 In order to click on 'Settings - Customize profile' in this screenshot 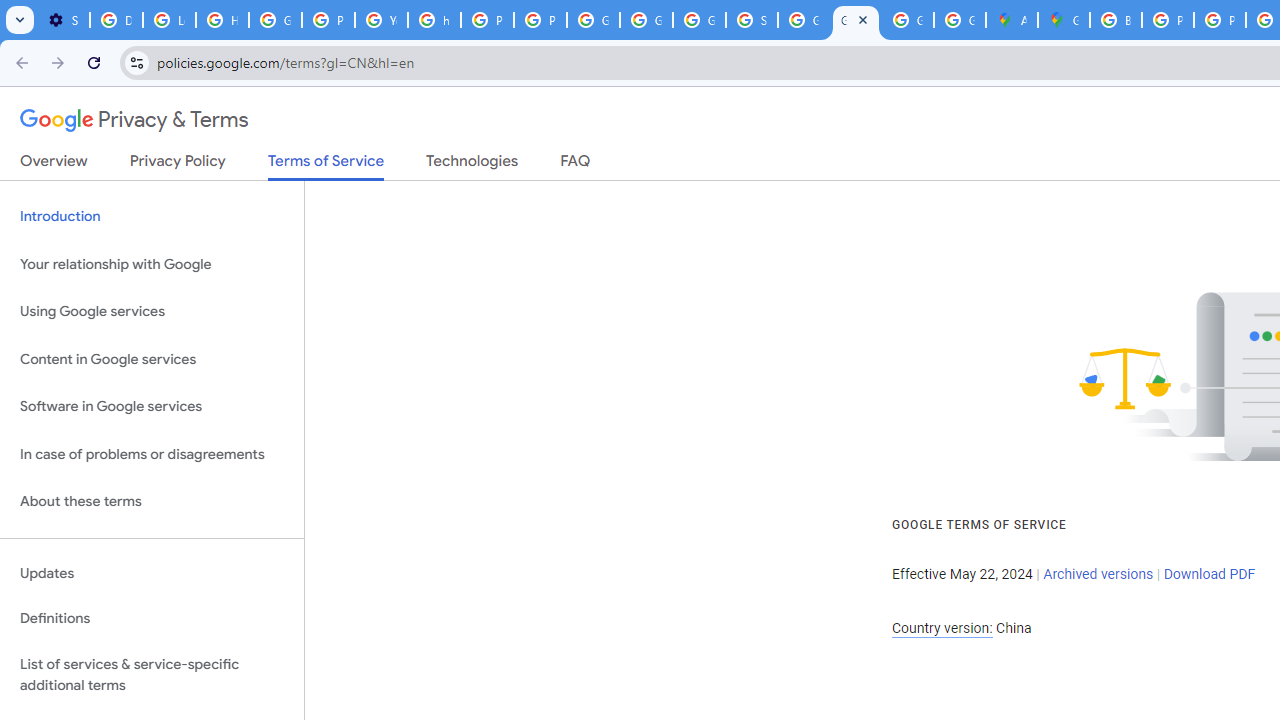, I will do `click(63, 20)`.